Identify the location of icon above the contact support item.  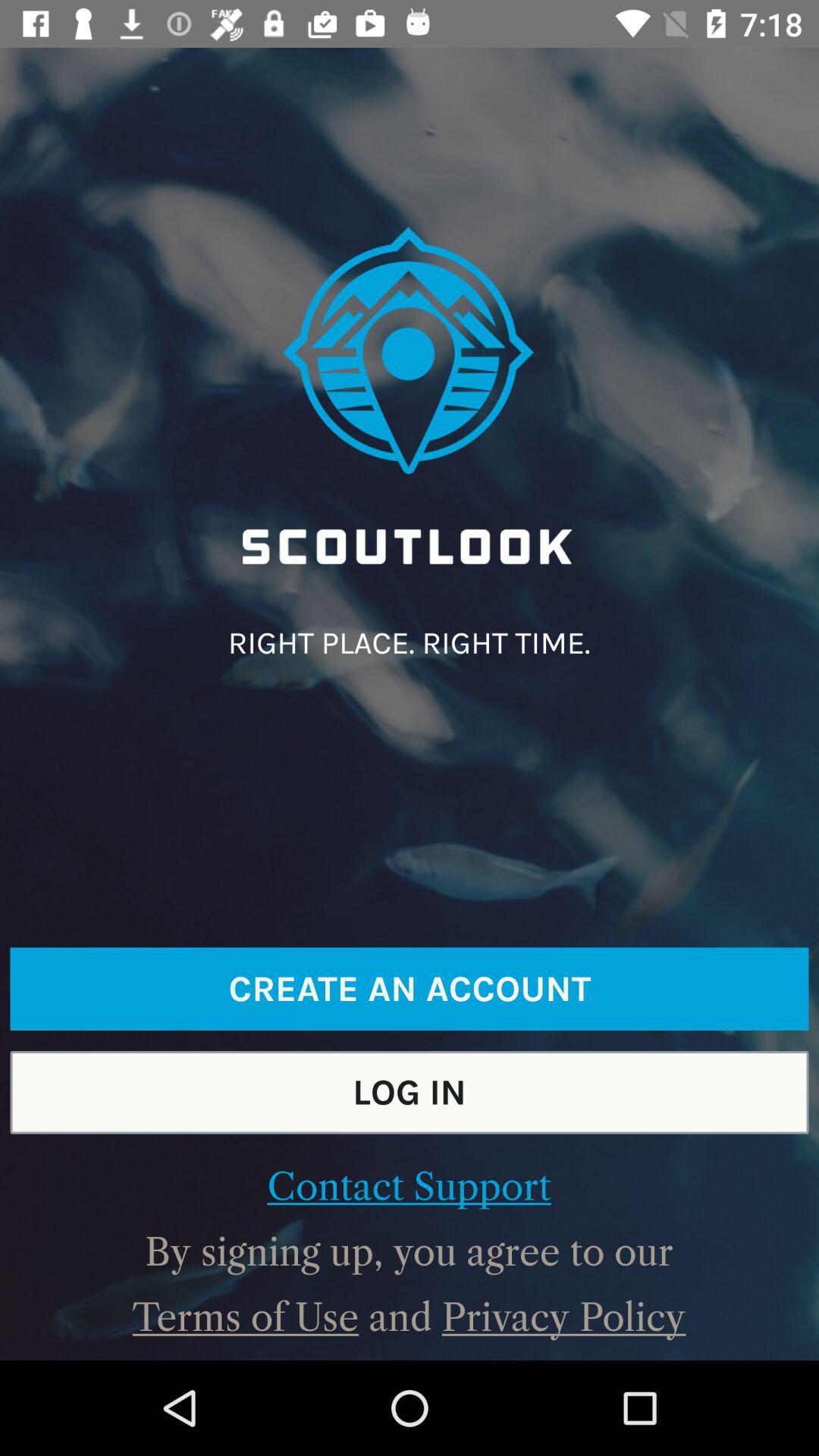
(409, 1092).